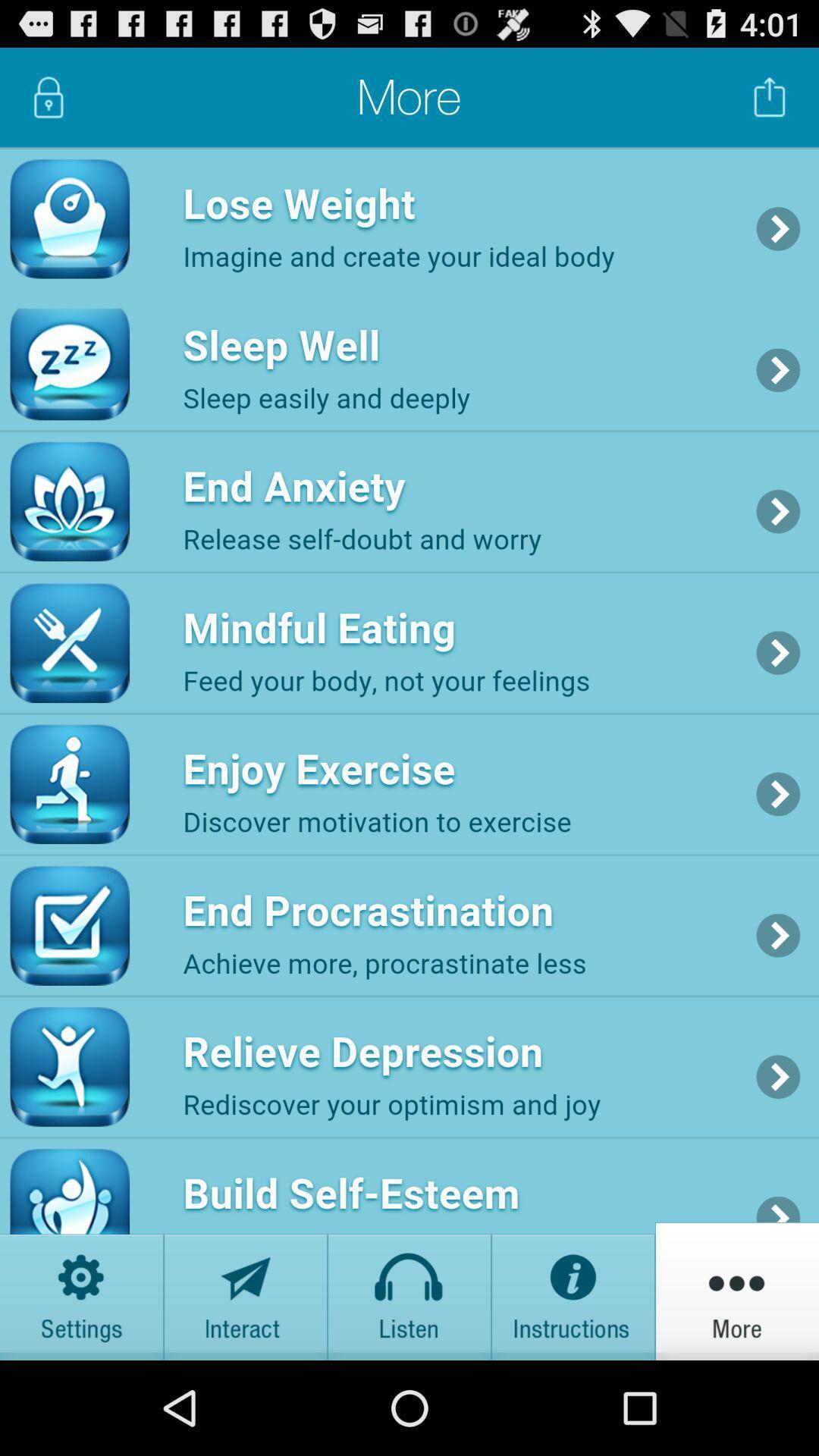 The height and width of the screenshot is (1456, 819). What do you see at coordinates (82, 1290) in the screenshot?
I see `configuration` at bounding box center [82, 1290].